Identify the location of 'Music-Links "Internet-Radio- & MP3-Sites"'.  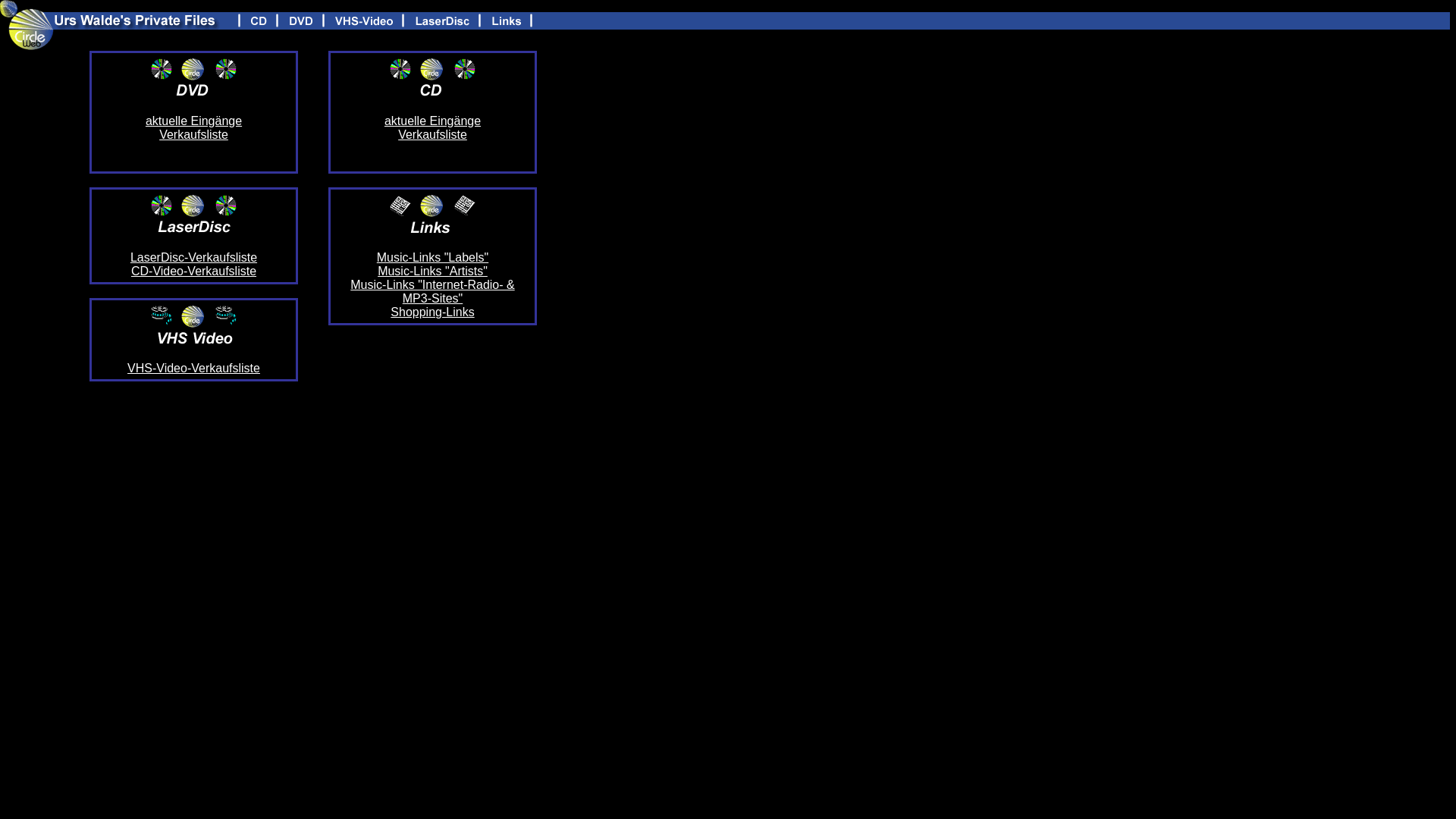
(431, 291).